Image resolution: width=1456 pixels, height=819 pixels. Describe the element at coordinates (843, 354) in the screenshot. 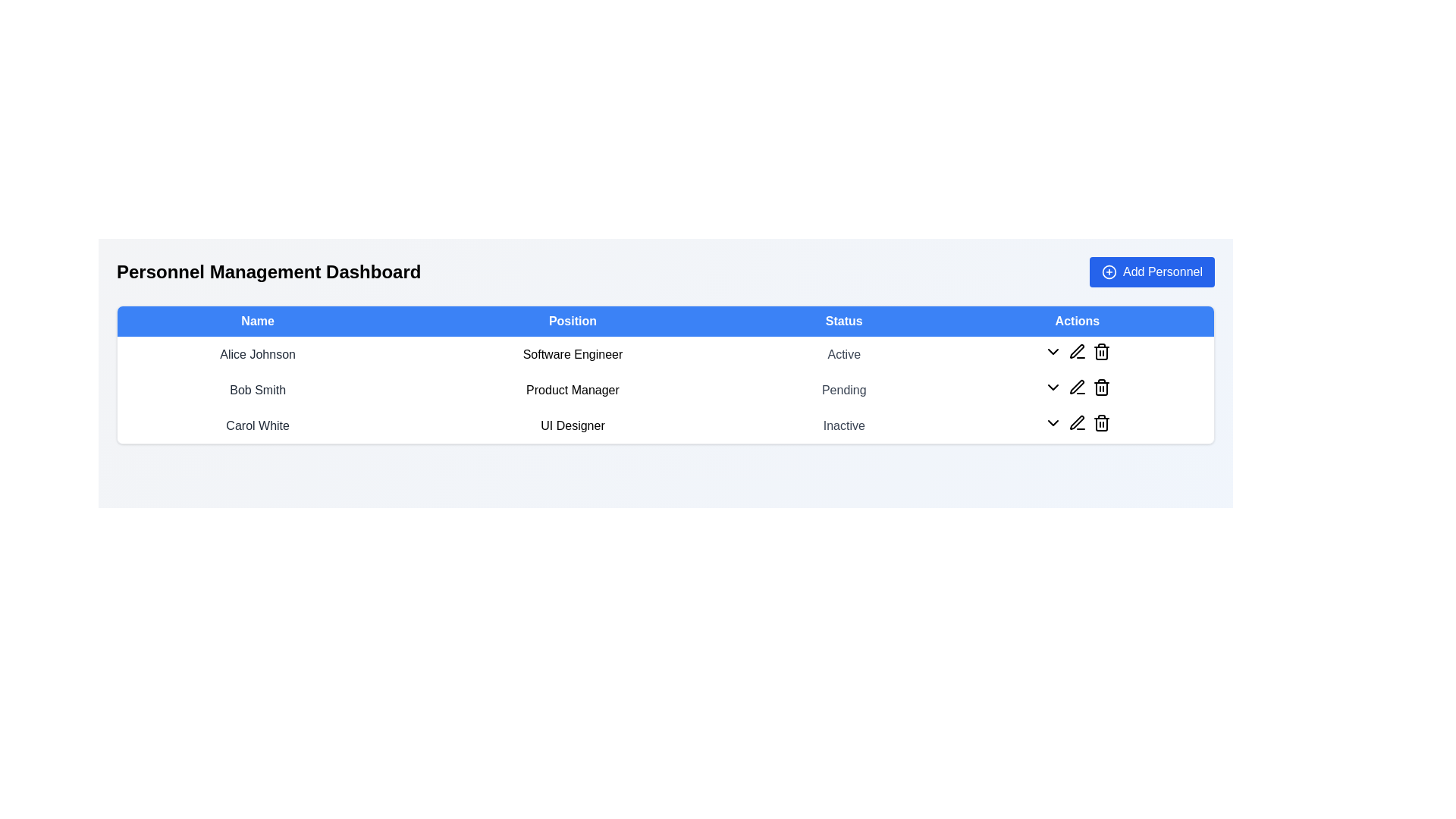

I see `the 'Active' text element, which is styled with light gray coloring and located in the 'Status' column of the row for 'Alice Johnson'` at that location.